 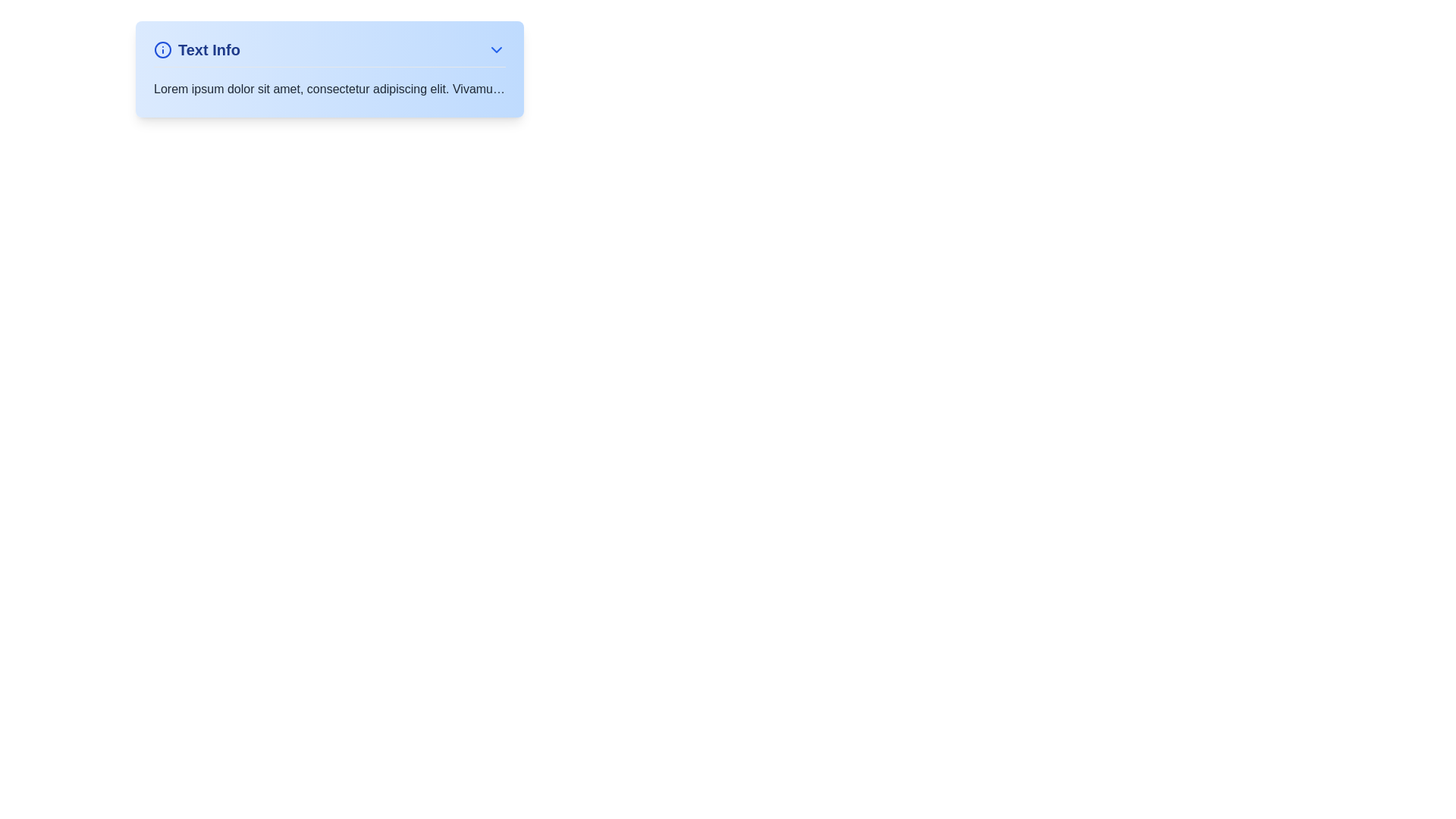 What do you see at coordinates (208, 49) in the screenshot?
I see `text from the static text element displaying 'Text Info', which is styled in bold blue font and located to the right of a blue circular icon` at bounding box center [208, 49].